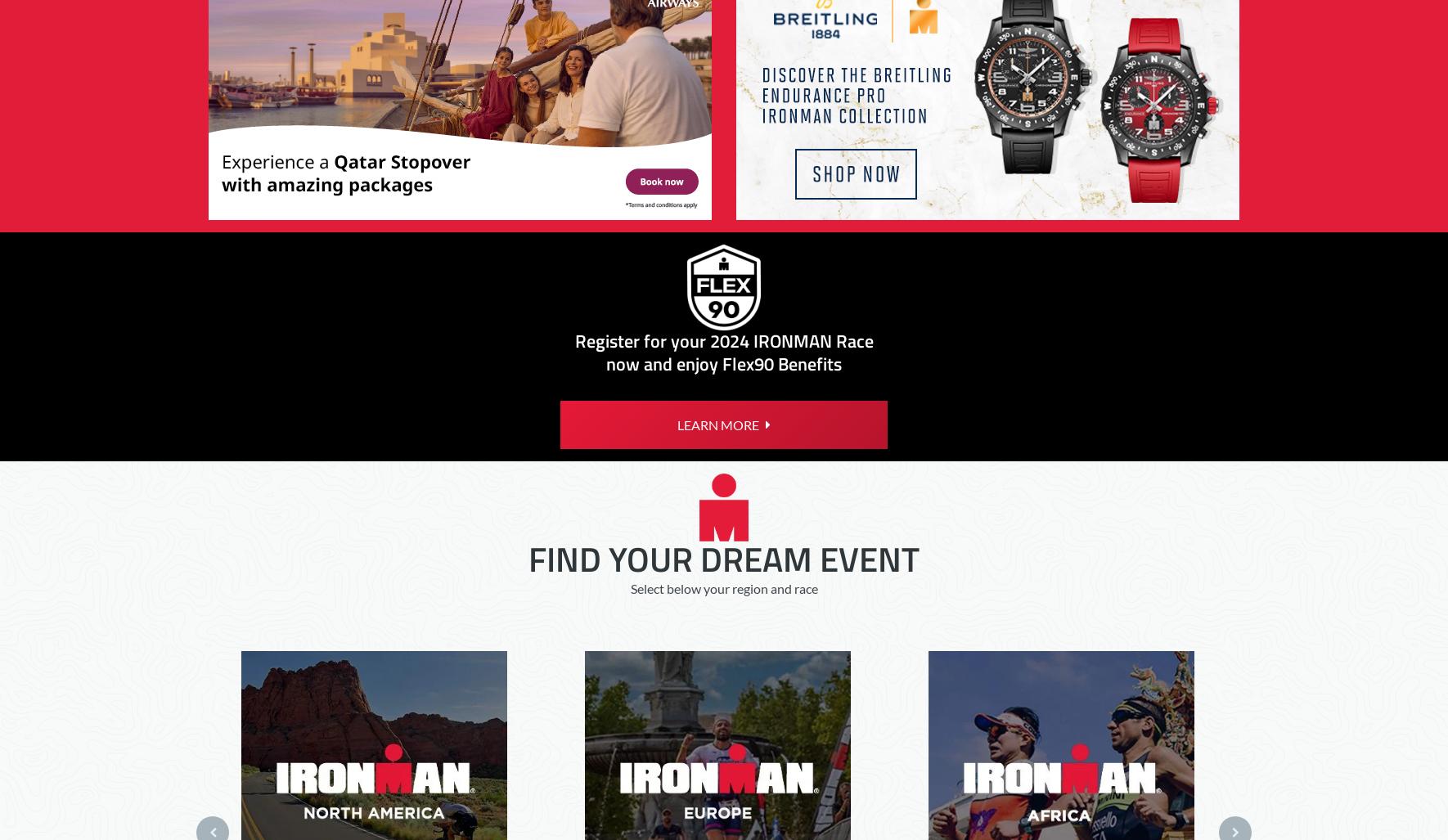  What do you see at coordinates (657, 76) in the screenshot?
I see `'Unsolicited Ideas Policy'` at bounding box center [657, 76].